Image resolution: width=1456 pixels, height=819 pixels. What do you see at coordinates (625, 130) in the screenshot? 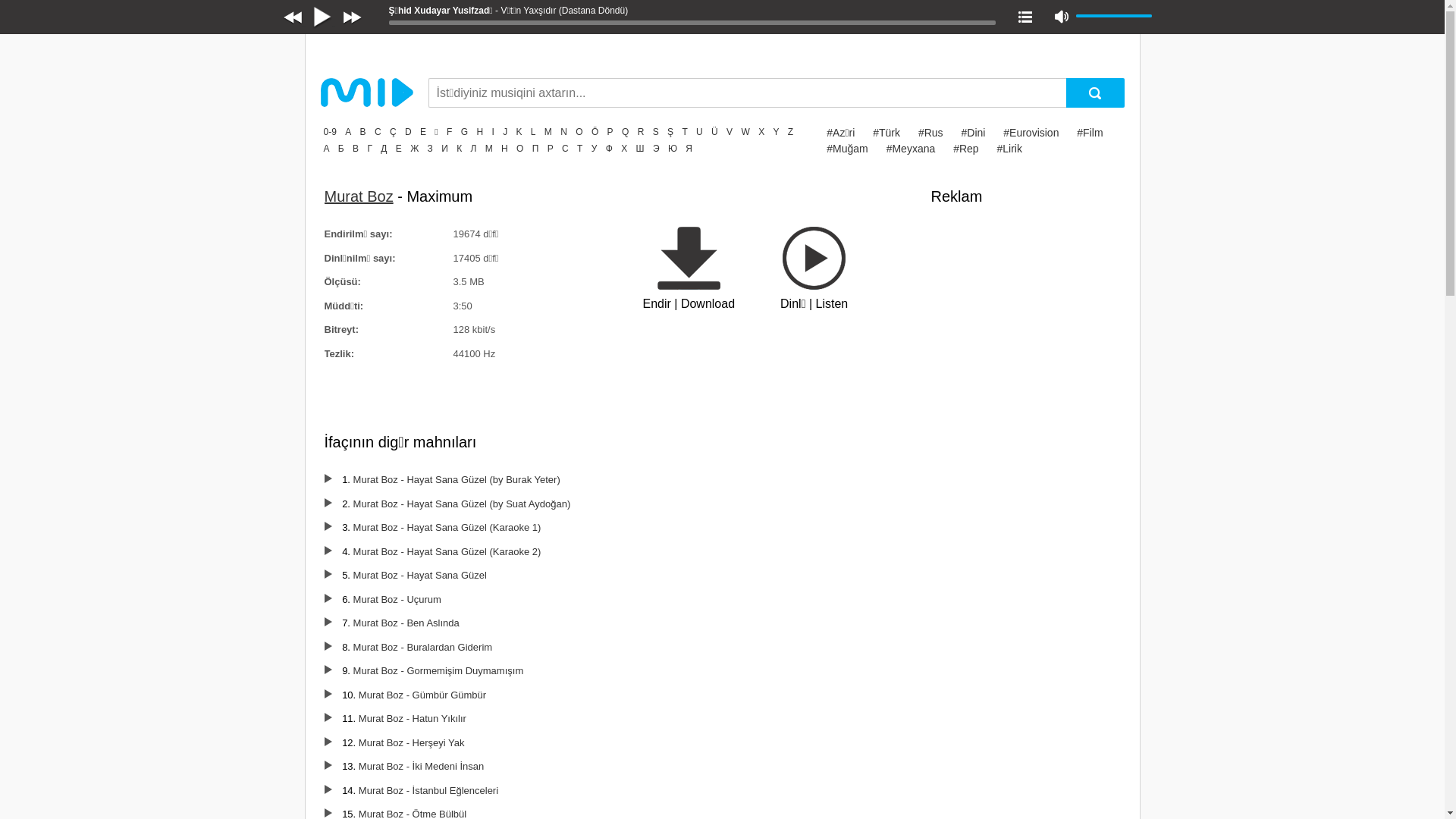
I see `'Q'` at bounding box center [625, 130].